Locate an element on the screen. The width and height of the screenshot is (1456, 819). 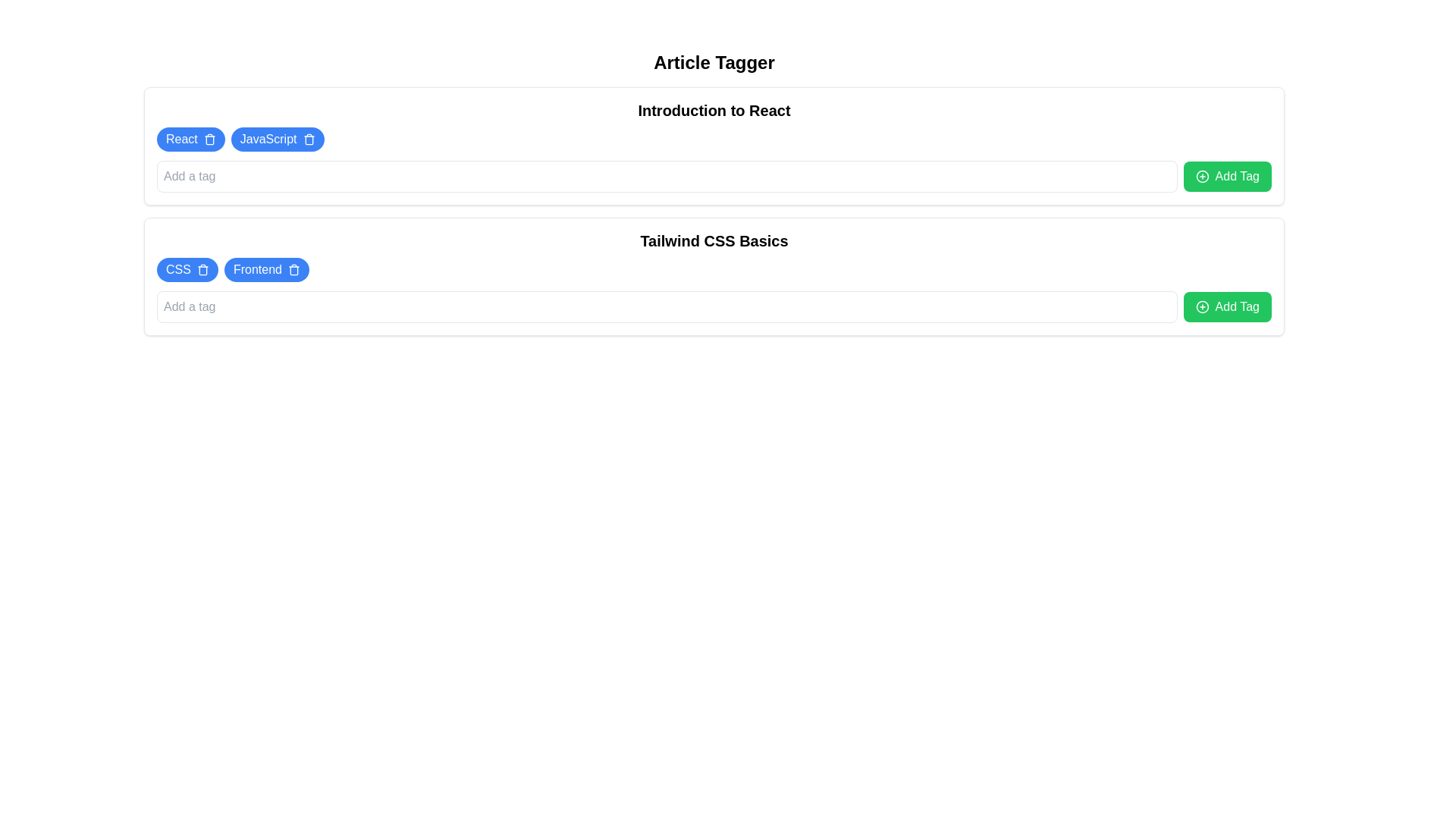
the trash icon button, which is styled in white and used for deletion, located to the right of the 'React' text within a blue rounded button is located at coordinates (209, 140).